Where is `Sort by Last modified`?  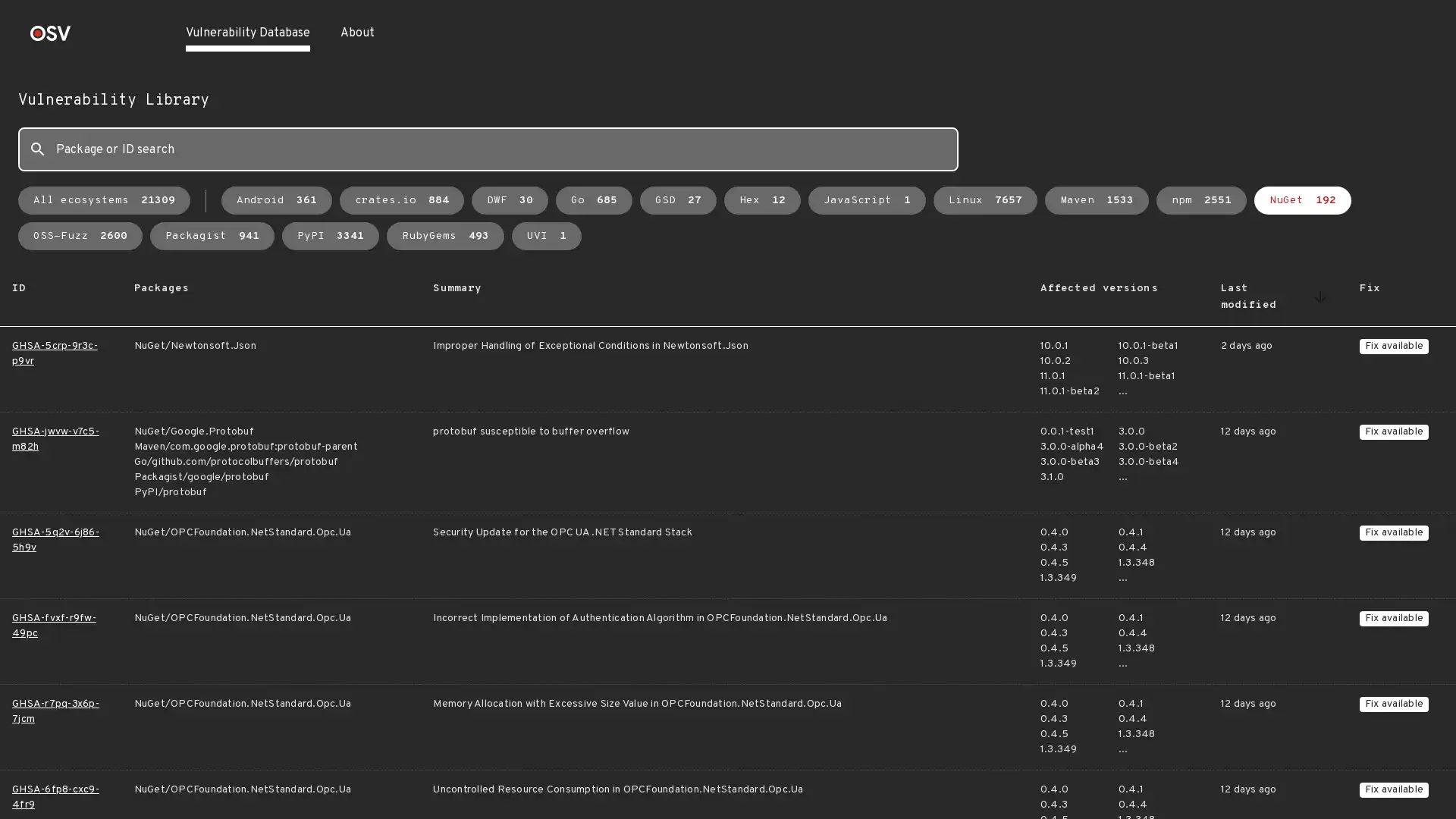 Sort by Last modified is located at coordinates (1318, 297).